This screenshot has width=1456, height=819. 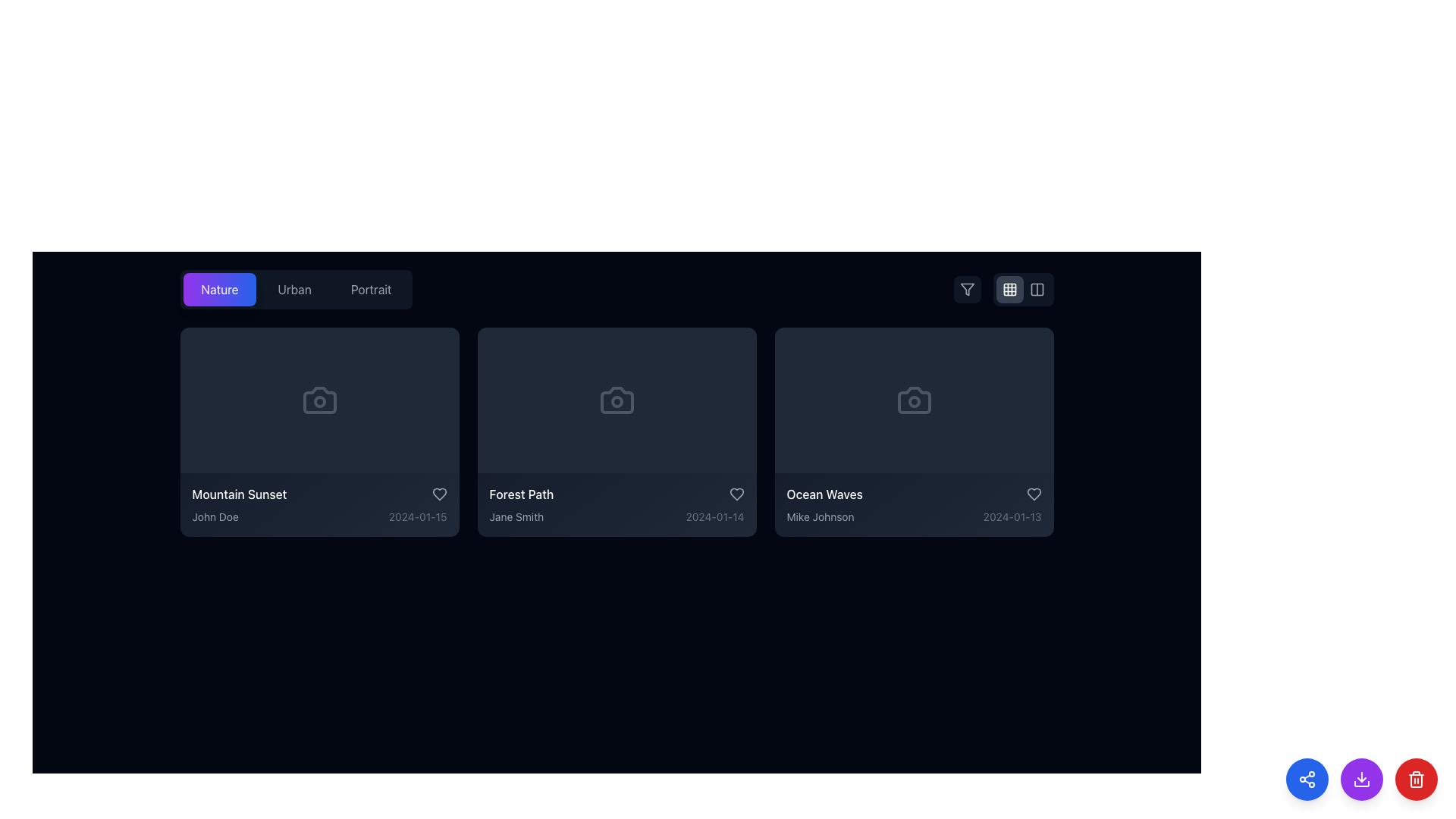 What do you see at coordinates (913, 400) in the screenshot?
I see `the camera icon located at the center of the third card titled 'Ocean Waves', which is part of a series of horizontally arranged cards` at bounding box center [913, 400].